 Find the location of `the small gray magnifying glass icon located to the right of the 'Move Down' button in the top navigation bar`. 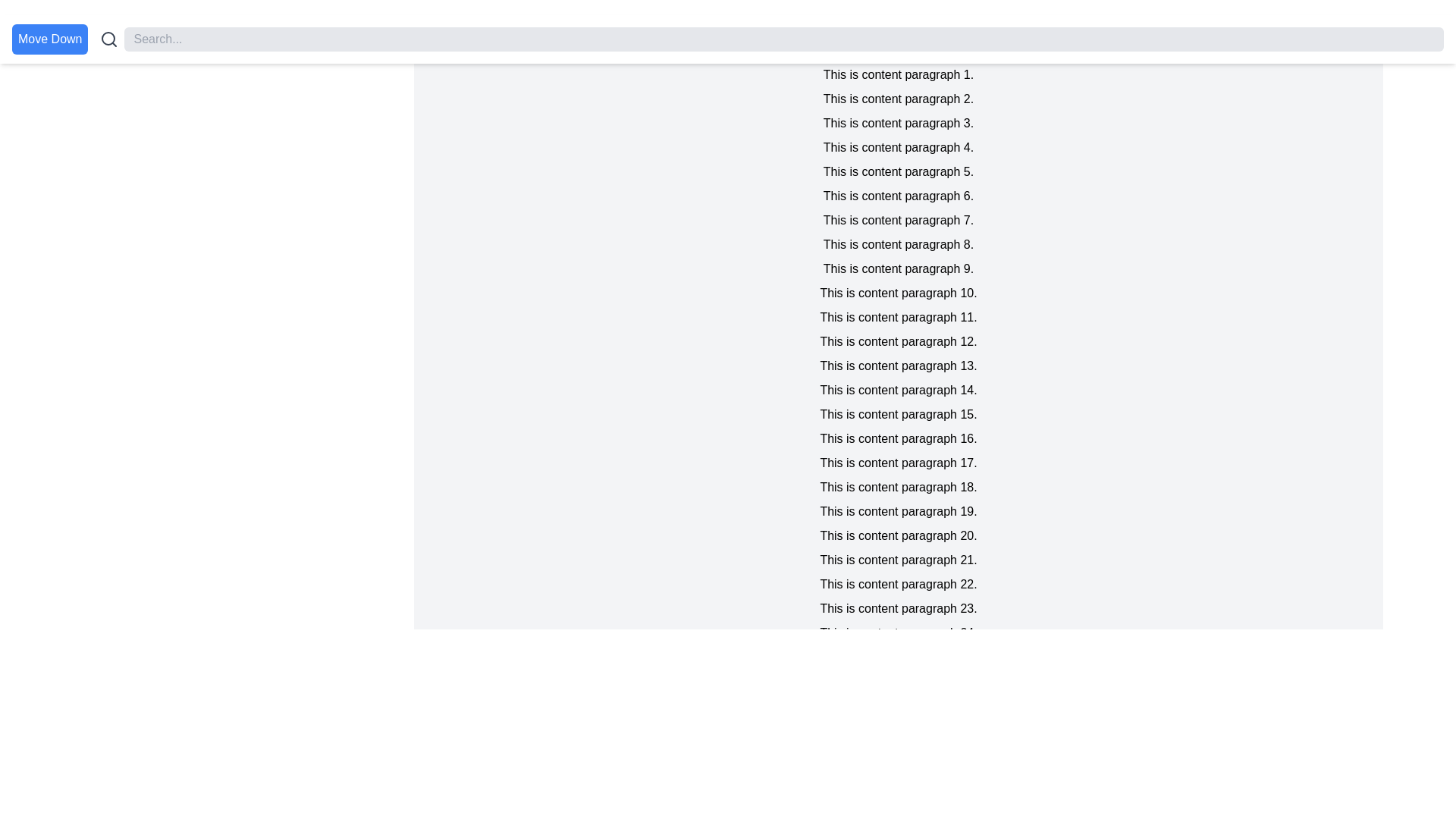

the small gray magnifying glass icon located to the right of the 'Move Down' button in the top navigation bar is located at coordinates (108, 38).